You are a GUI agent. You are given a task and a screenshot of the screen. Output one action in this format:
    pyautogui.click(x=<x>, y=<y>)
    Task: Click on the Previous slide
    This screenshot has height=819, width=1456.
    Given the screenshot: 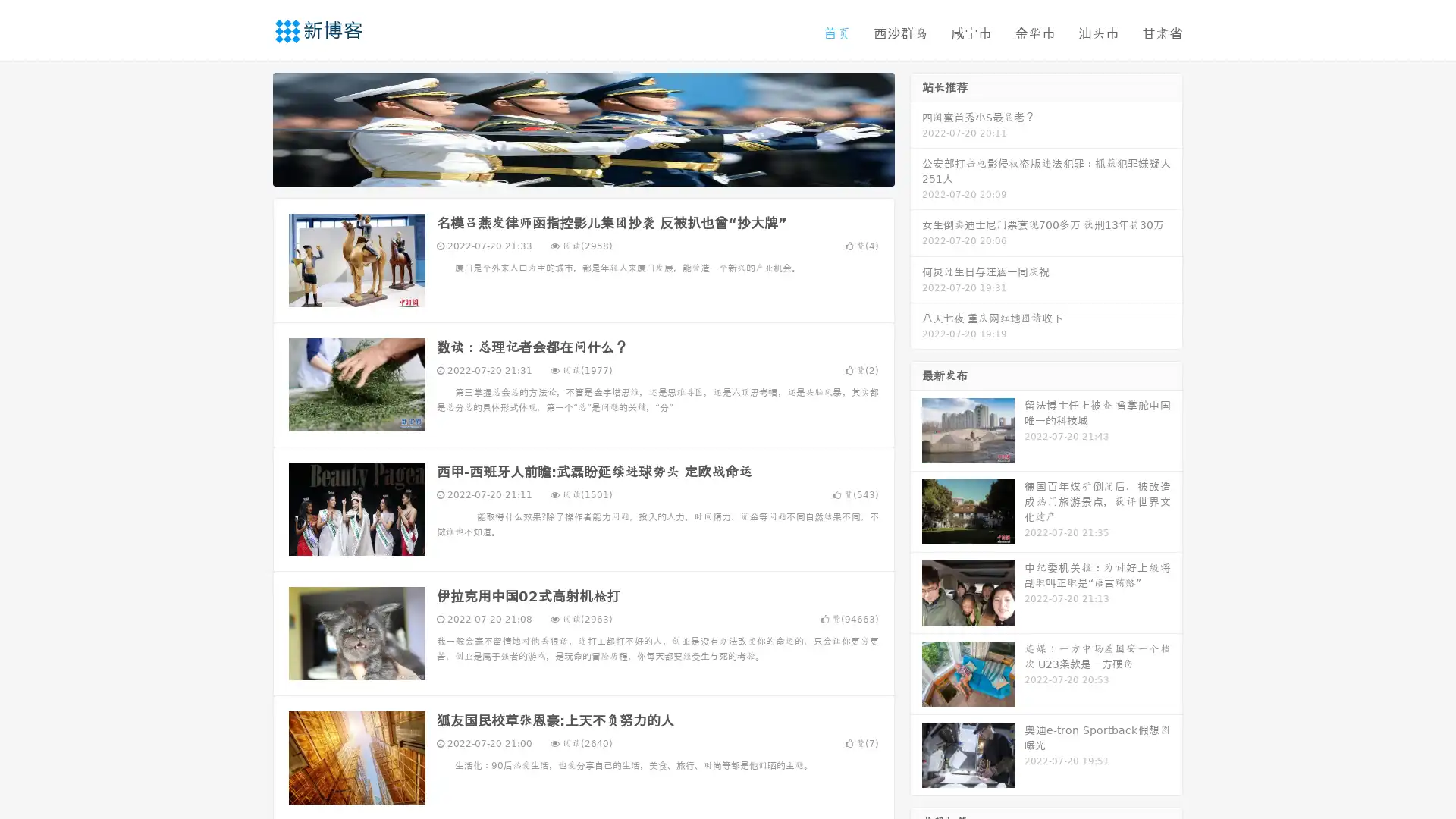 What is the action you would take?
    pyautogui.click(x=250, y=127)
    